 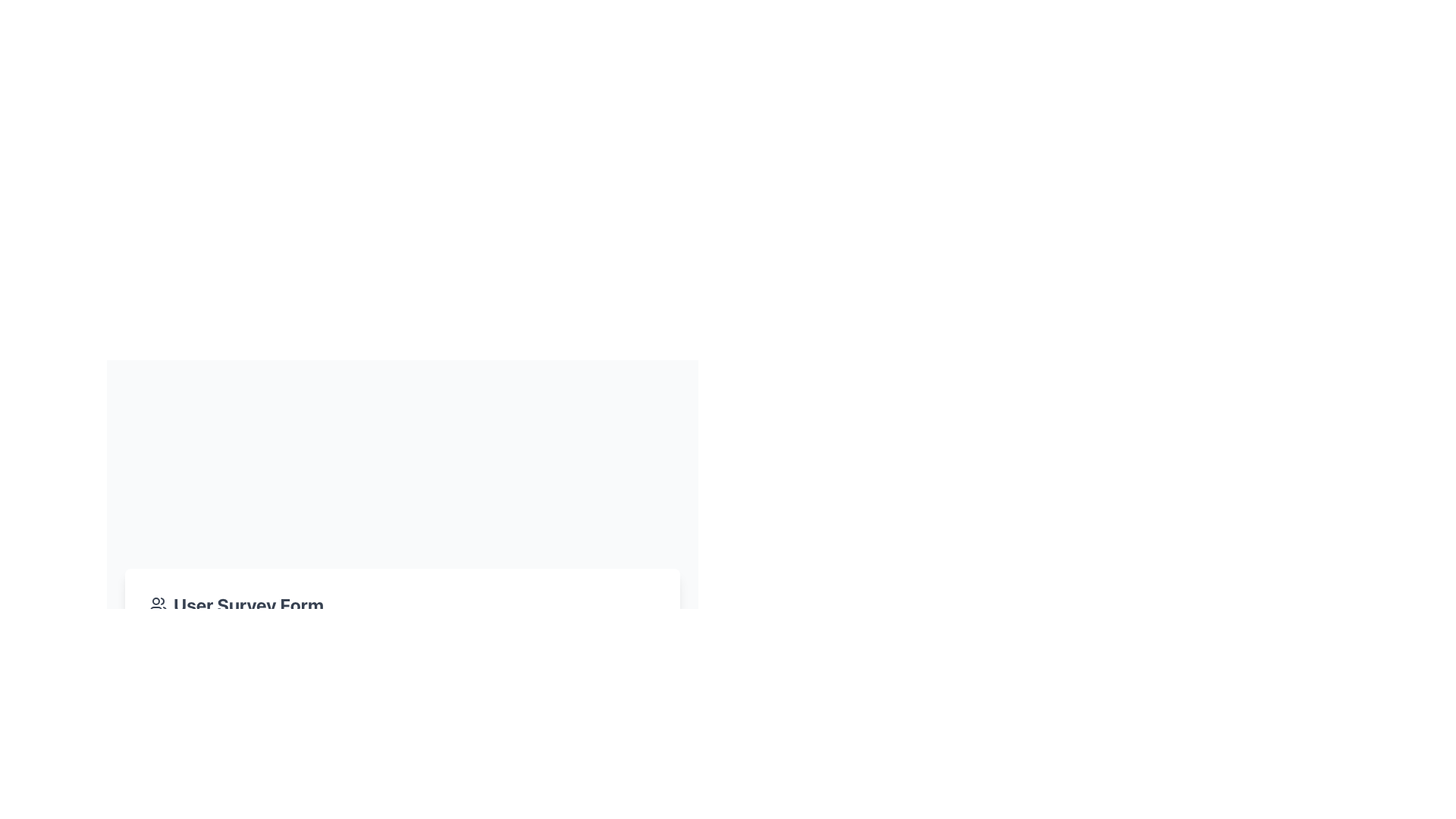 What do you see at coordinates (158, 604) in the screenshot?
I see `the user group icon, which is an SVG representation with two circular shapes for heads, located to the left of the text 'User Survey Form'` at bounding box center [158, 604].